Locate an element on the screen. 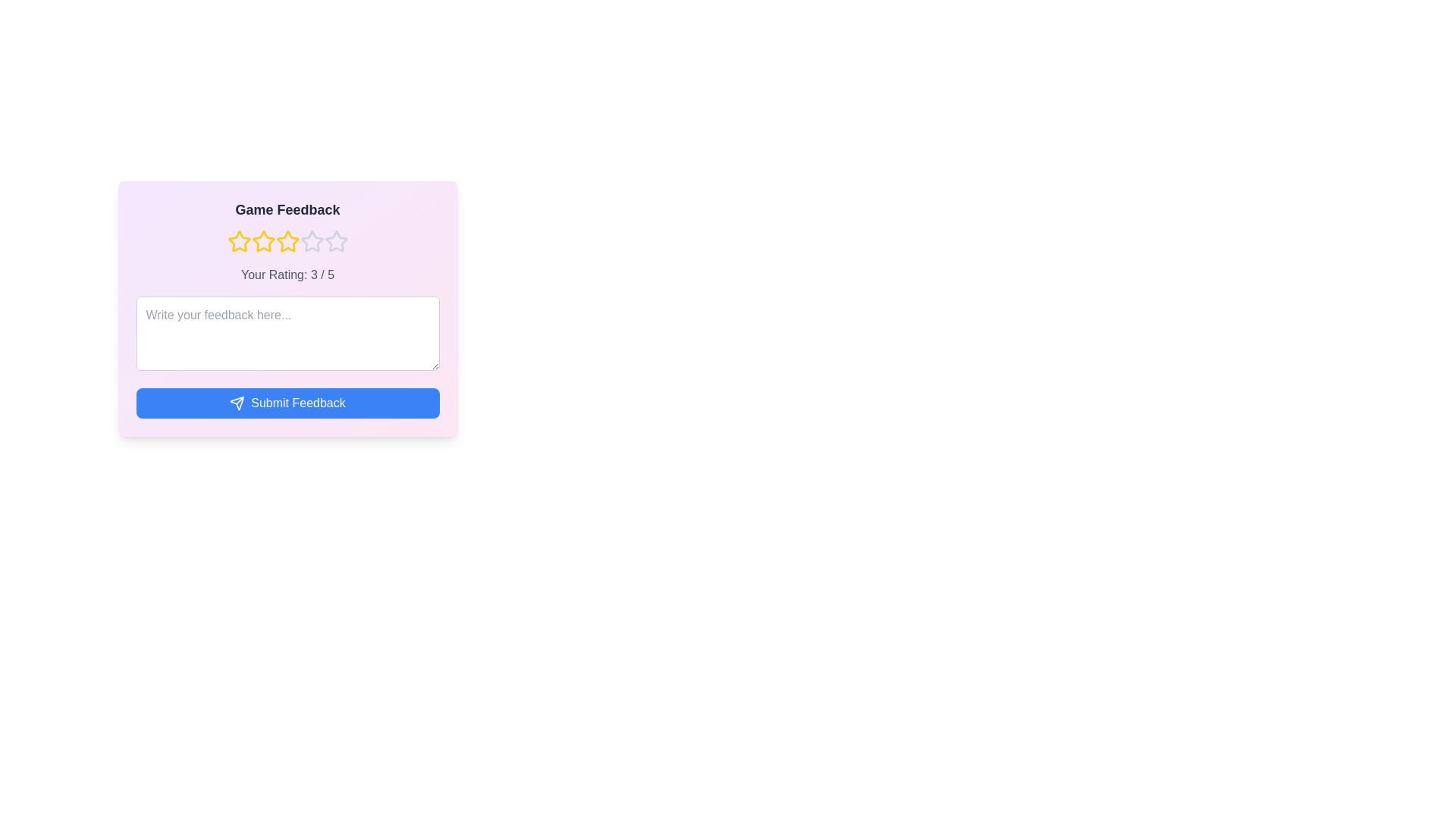 Image resolution: width=1456 pixels, height=819 pixels. the rating to 1 stars by clicking on the corresponding star is located at coordinates (238, 241).